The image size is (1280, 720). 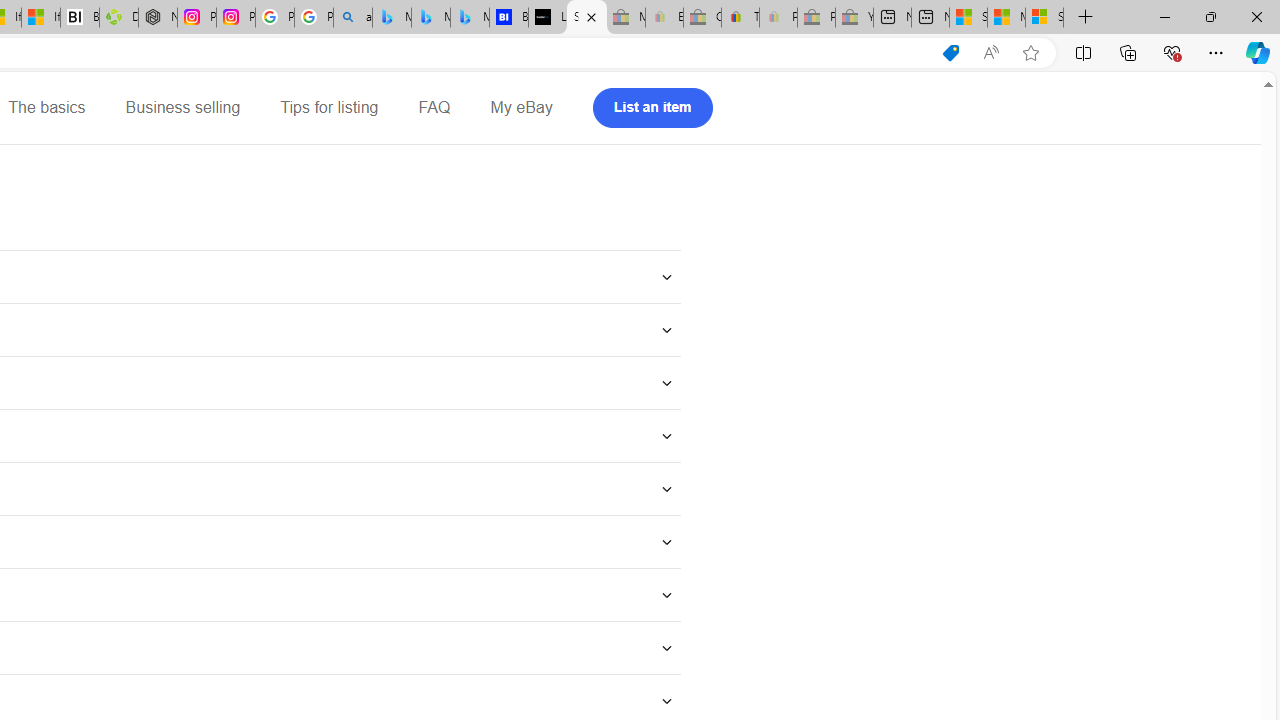 I want to click on 'This site has coupons! Shopping in Microsoft Edge', so click(x=950, y=52).